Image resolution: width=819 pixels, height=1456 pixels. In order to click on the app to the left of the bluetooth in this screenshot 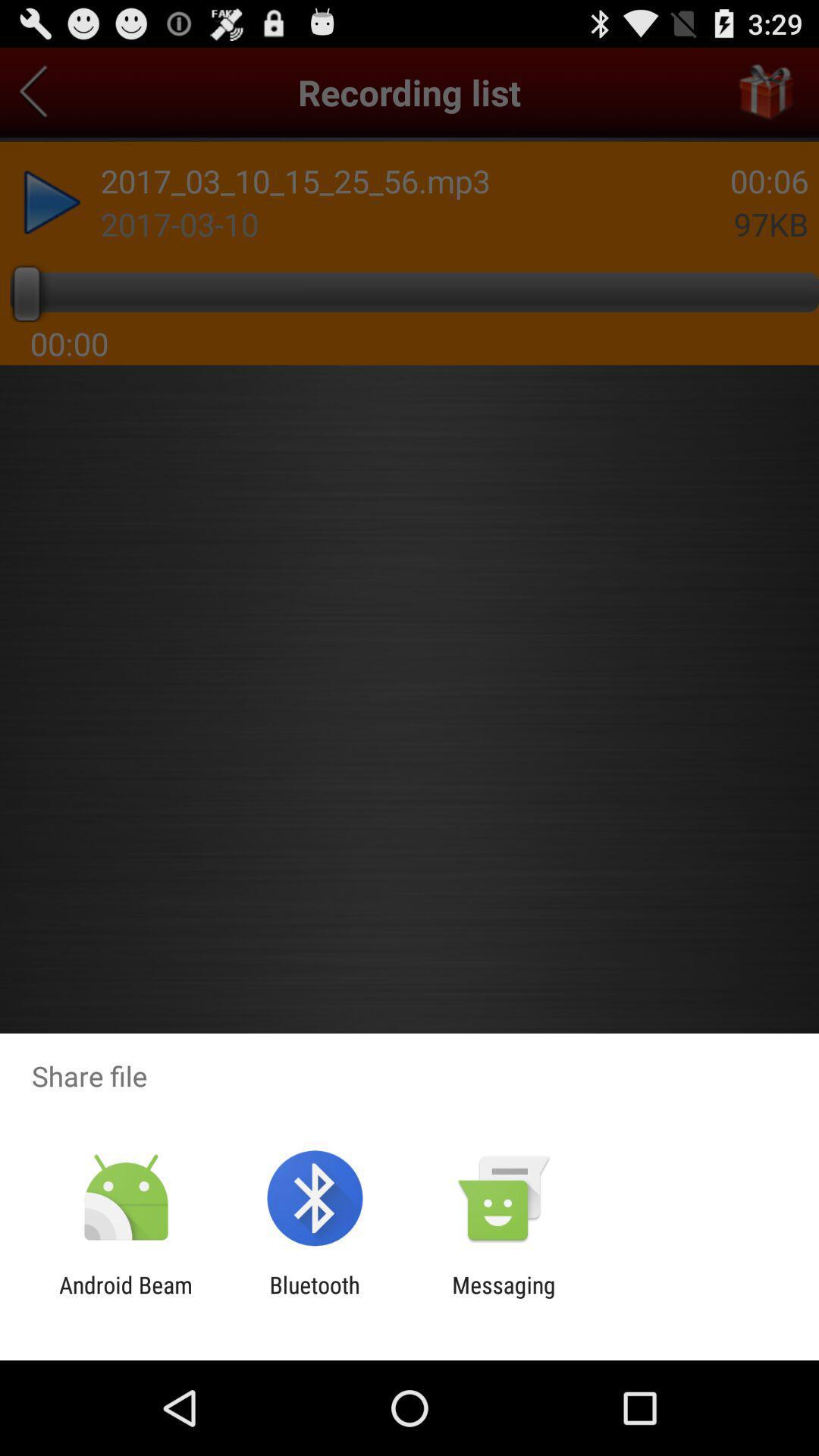, I will do `click(125, 1298)`.